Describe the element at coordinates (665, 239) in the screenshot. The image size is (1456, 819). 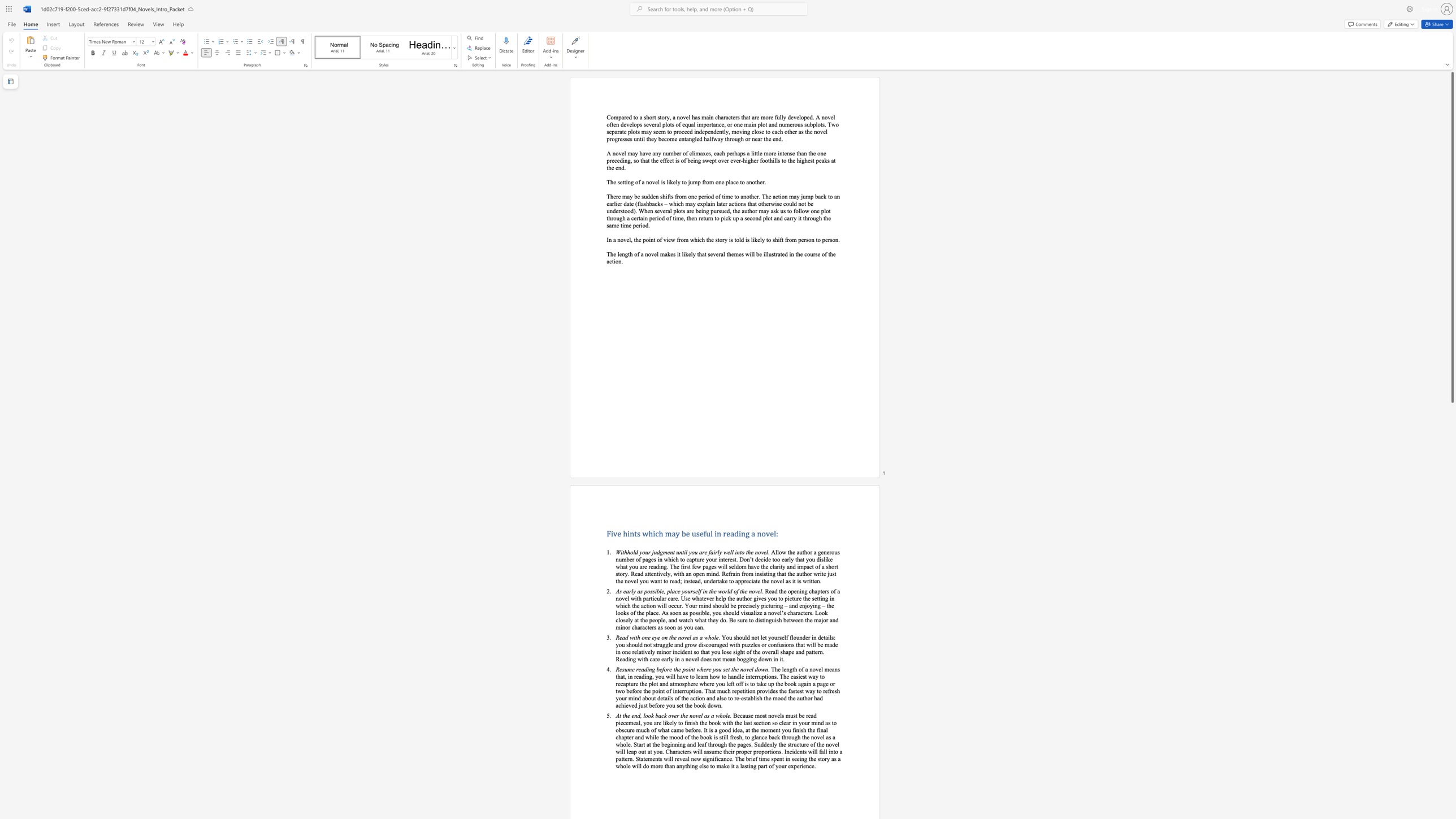
I see `the subset text "iew from which the story is told is likely" within the text "In a novel, the point of view from which the story is told is likely to shift from person to person."` at that location.